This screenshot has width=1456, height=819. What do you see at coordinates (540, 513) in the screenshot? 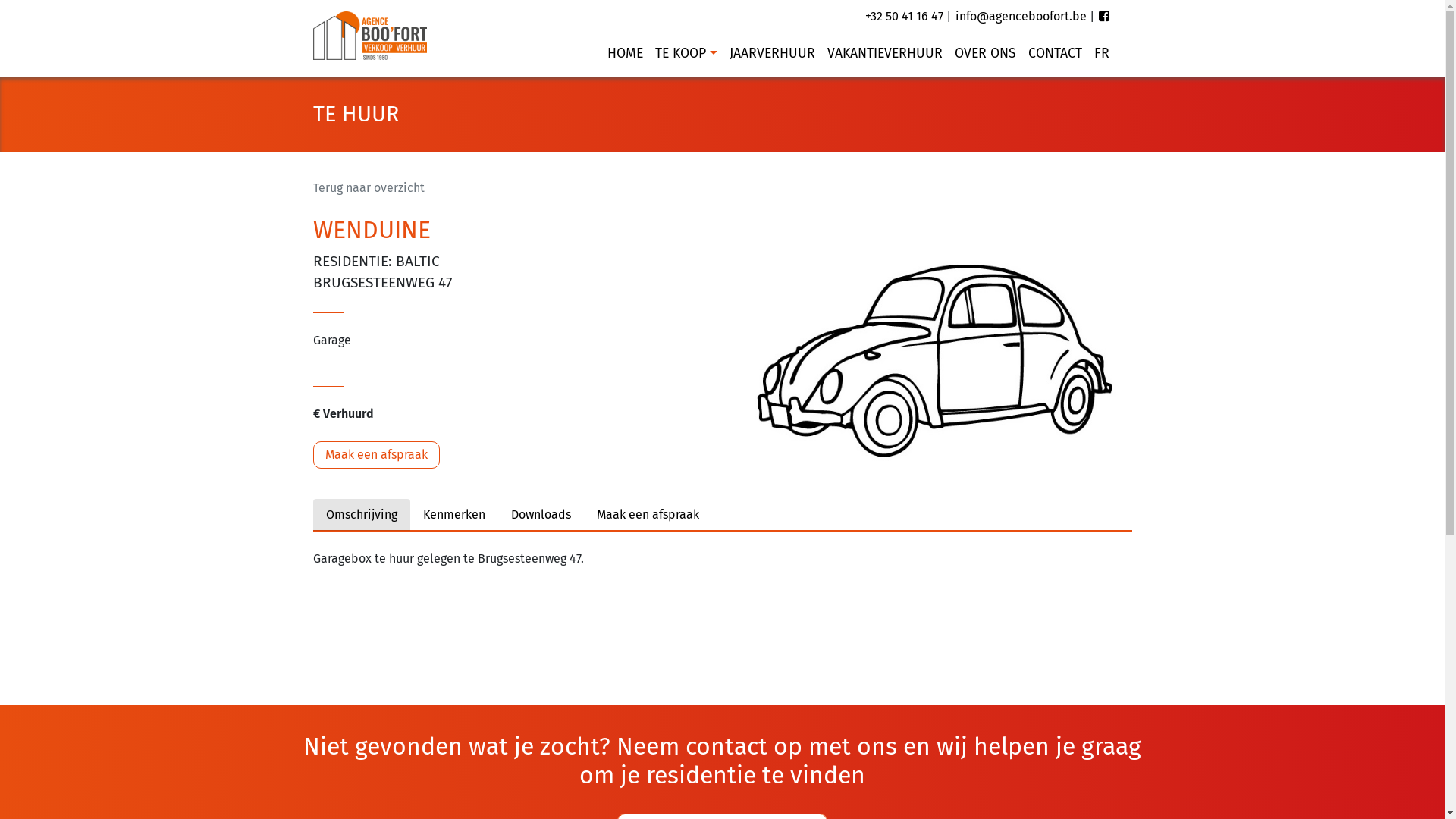
I see `'Downloads'` at bounding box center [540, 513].